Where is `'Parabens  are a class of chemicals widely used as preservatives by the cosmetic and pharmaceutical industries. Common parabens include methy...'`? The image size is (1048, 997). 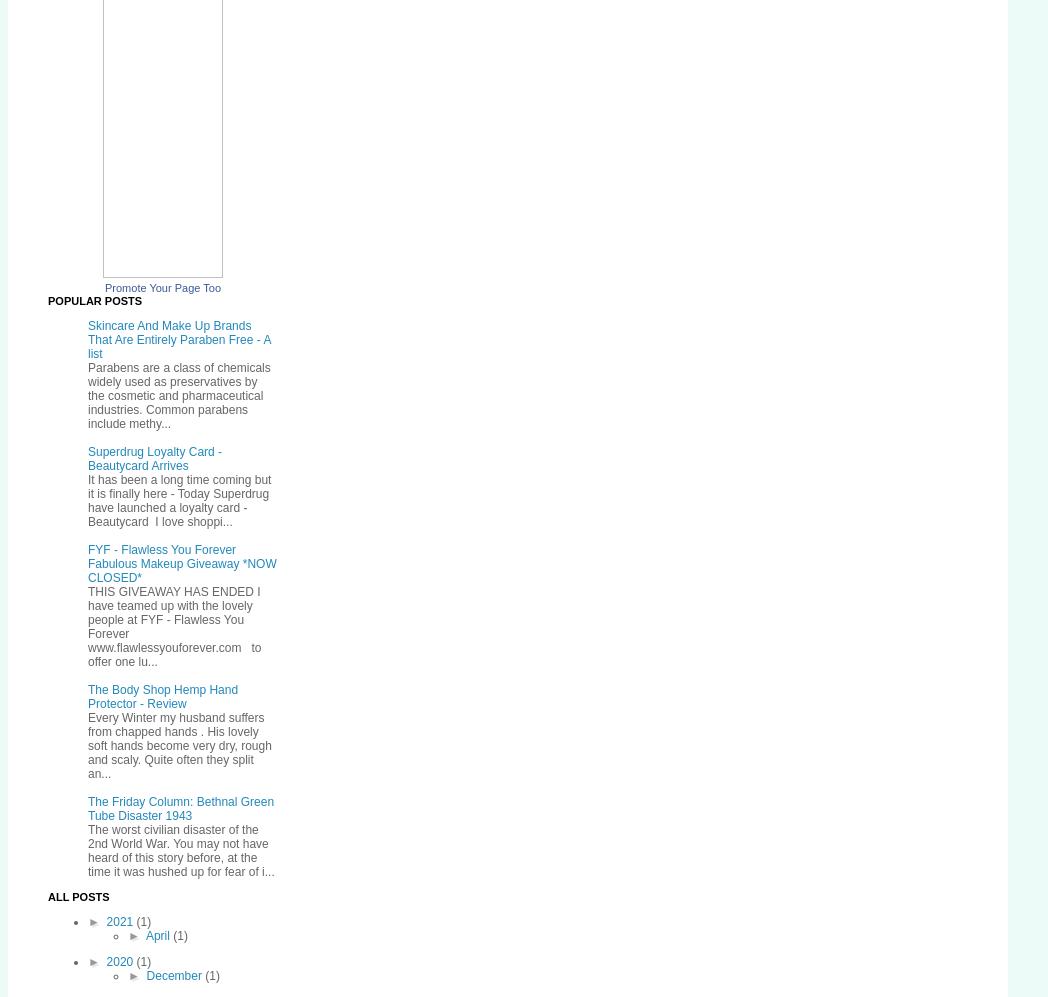
'Parabens  are a class of chemicals widely used as preservatives by the cosmetic and pharmaceutical industries. Common parabens include methy...' is located at coordinates (177, 396).